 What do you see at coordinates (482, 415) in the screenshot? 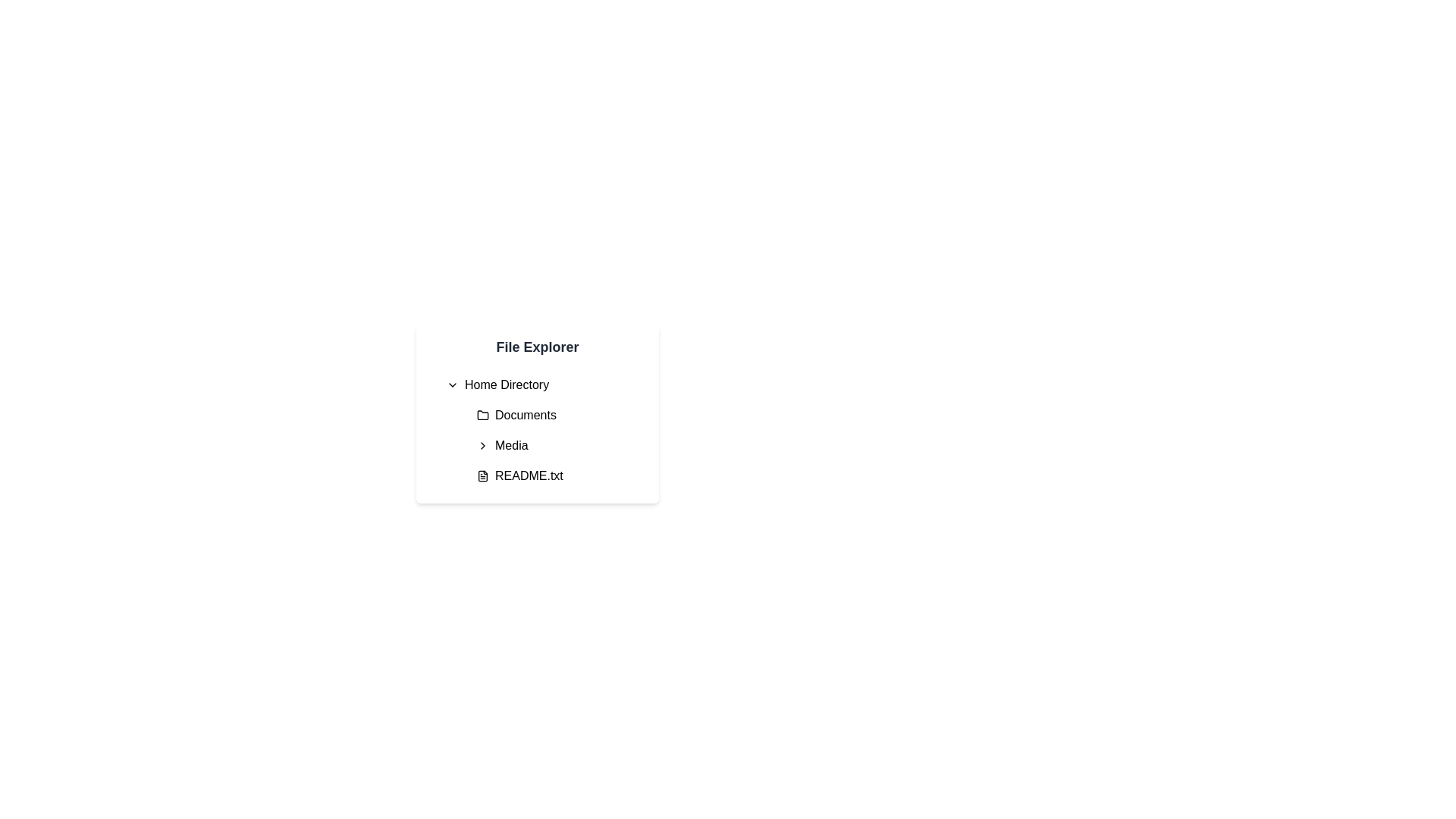
I see `the folder icon located in the second row of the file explorer tree structure next to the text 'Documents'` at bounding box center [482, 415].